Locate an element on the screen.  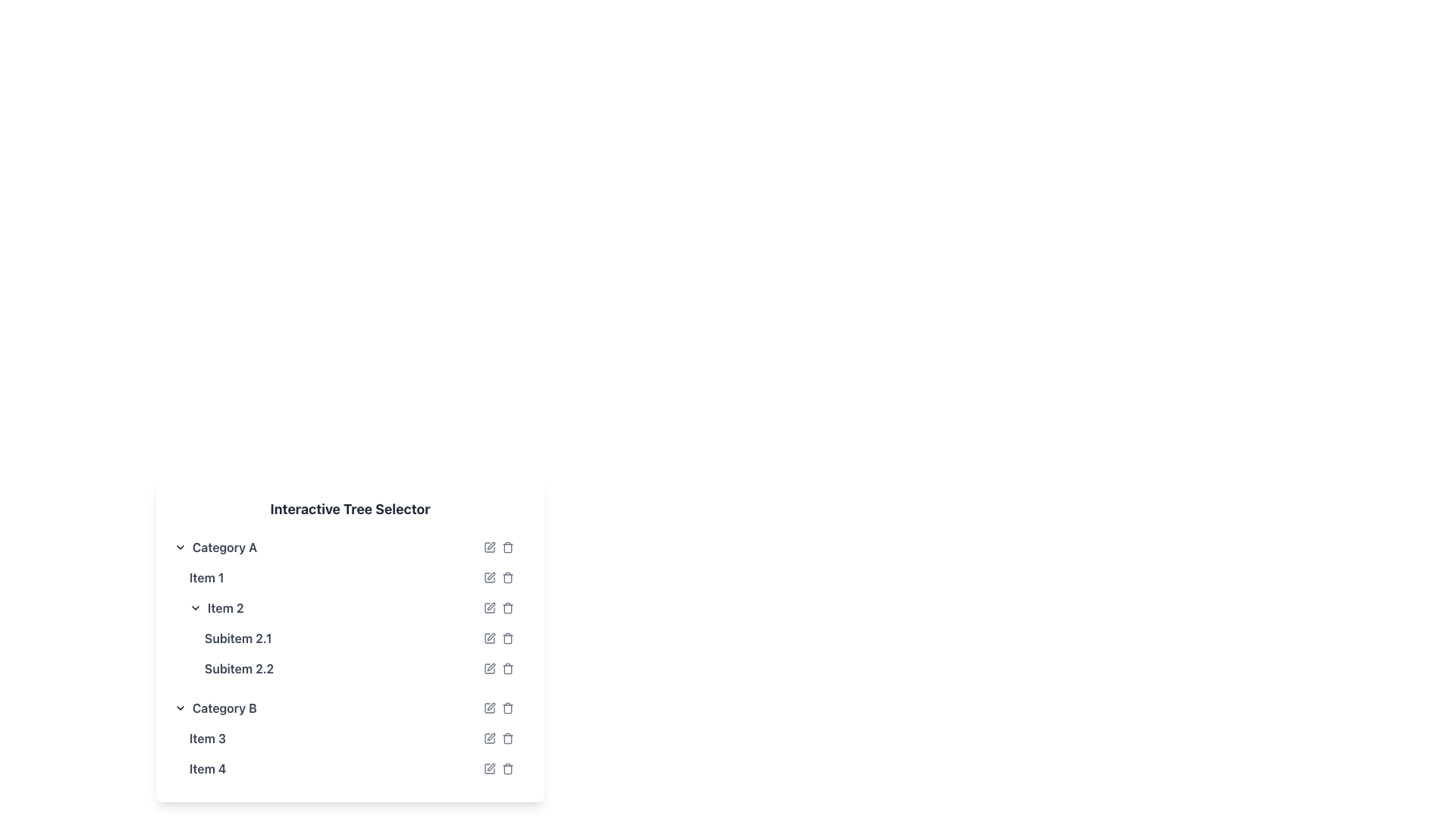
the small square icon resembling a pen next to the label 'Subitem 2.1' to initiate editing is located at coordinates (490, 638).